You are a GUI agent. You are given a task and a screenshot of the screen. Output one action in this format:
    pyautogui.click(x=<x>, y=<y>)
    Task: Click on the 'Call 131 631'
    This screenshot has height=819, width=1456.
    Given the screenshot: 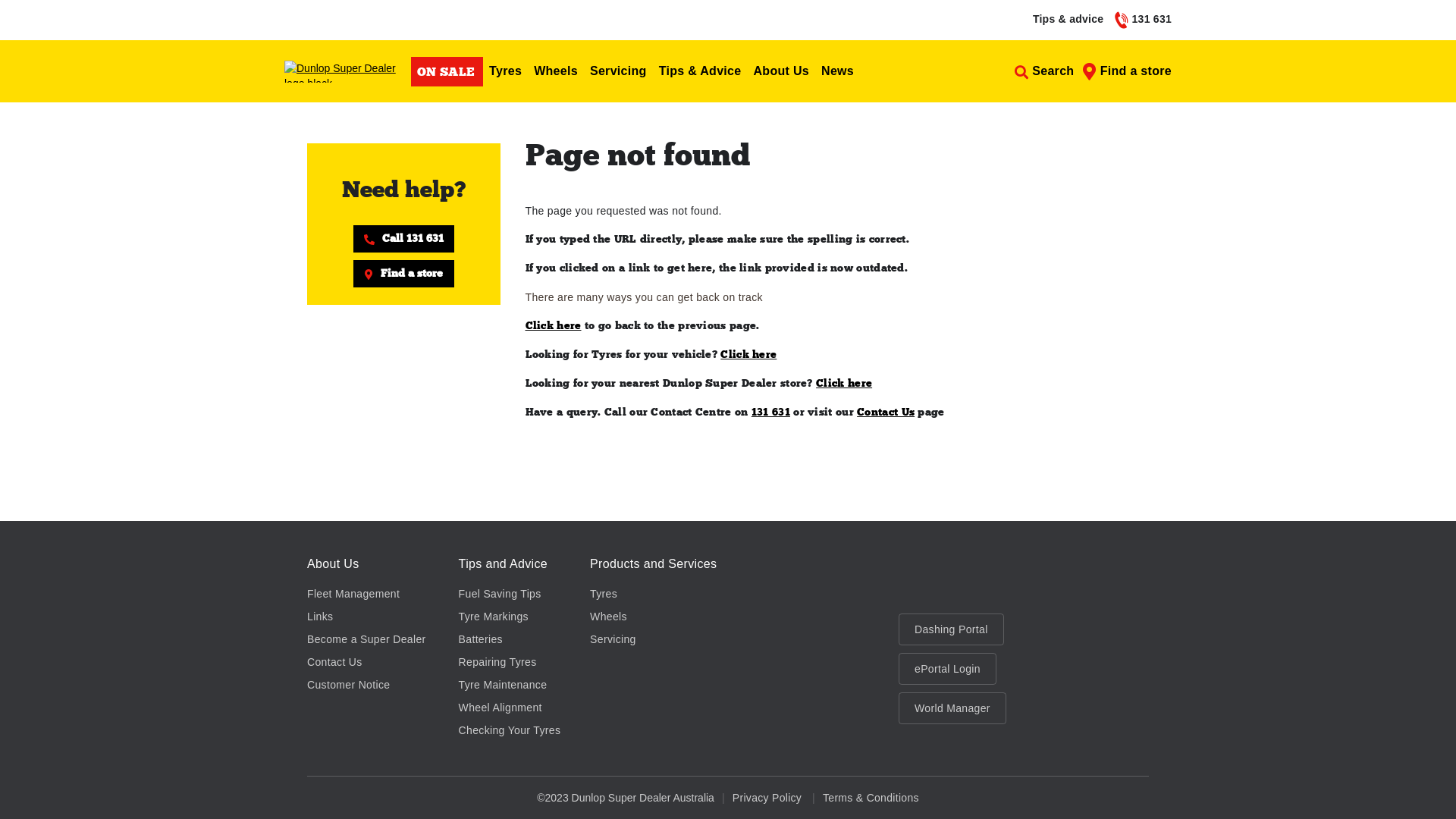 What is the action you would take?
    pyautogui.click(x=403, y=239)
    